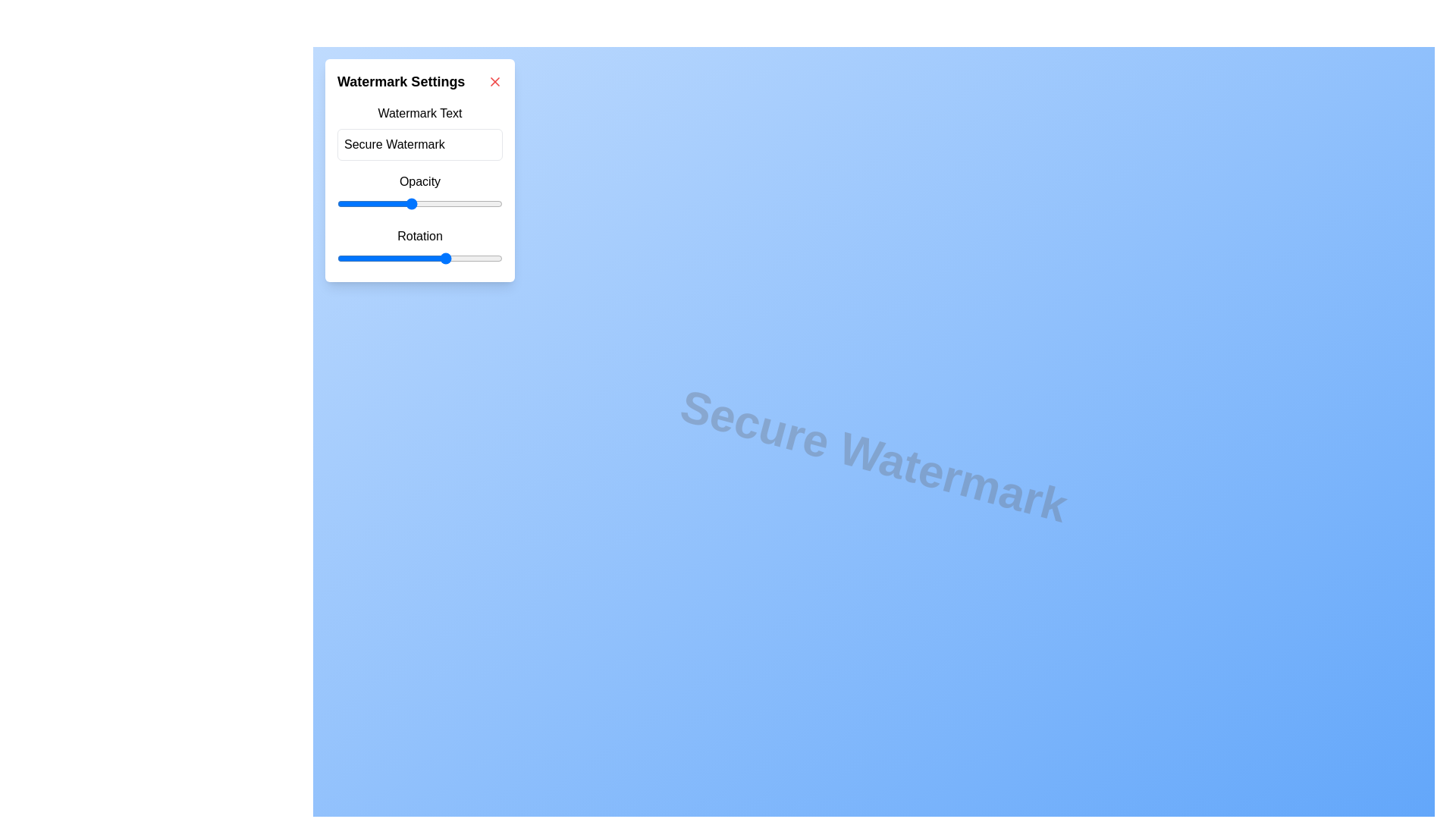 The image size is (1456, 819). What do you see at coordinates (419, 145) in the screenshot?
I see `the text input field for the watermark, which is positioned below the 'Watermark Text' label, to focus on it` at bounding box center [419, 145].